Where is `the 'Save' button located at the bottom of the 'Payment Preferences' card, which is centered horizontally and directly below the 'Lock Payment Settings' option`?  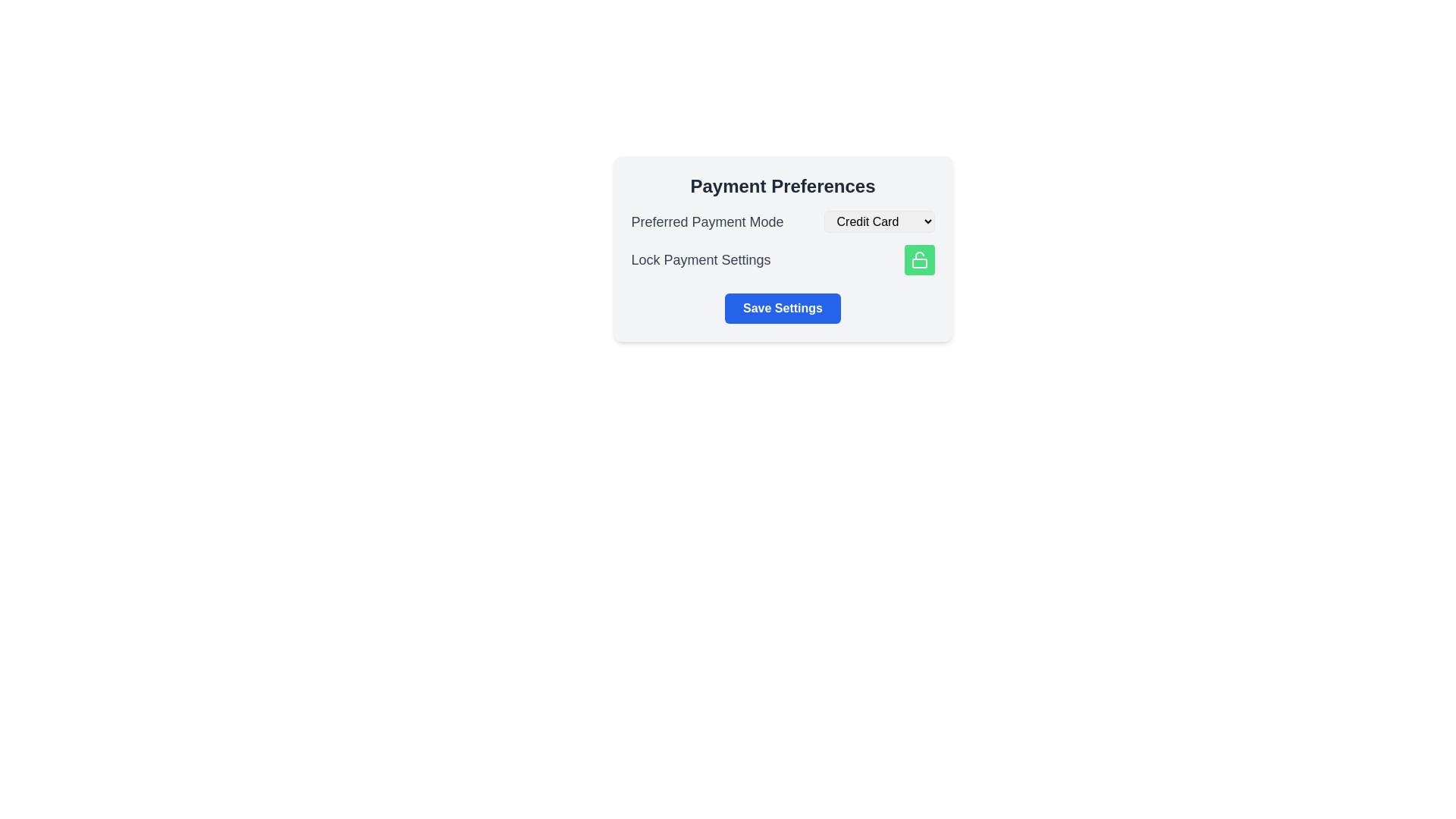 the 'Save' button located at the bottom of the 'Payment Preferences' card, which is centered horizontally and directly below the 'Lock Payment Settings' option is located at coordinates (783, 308).